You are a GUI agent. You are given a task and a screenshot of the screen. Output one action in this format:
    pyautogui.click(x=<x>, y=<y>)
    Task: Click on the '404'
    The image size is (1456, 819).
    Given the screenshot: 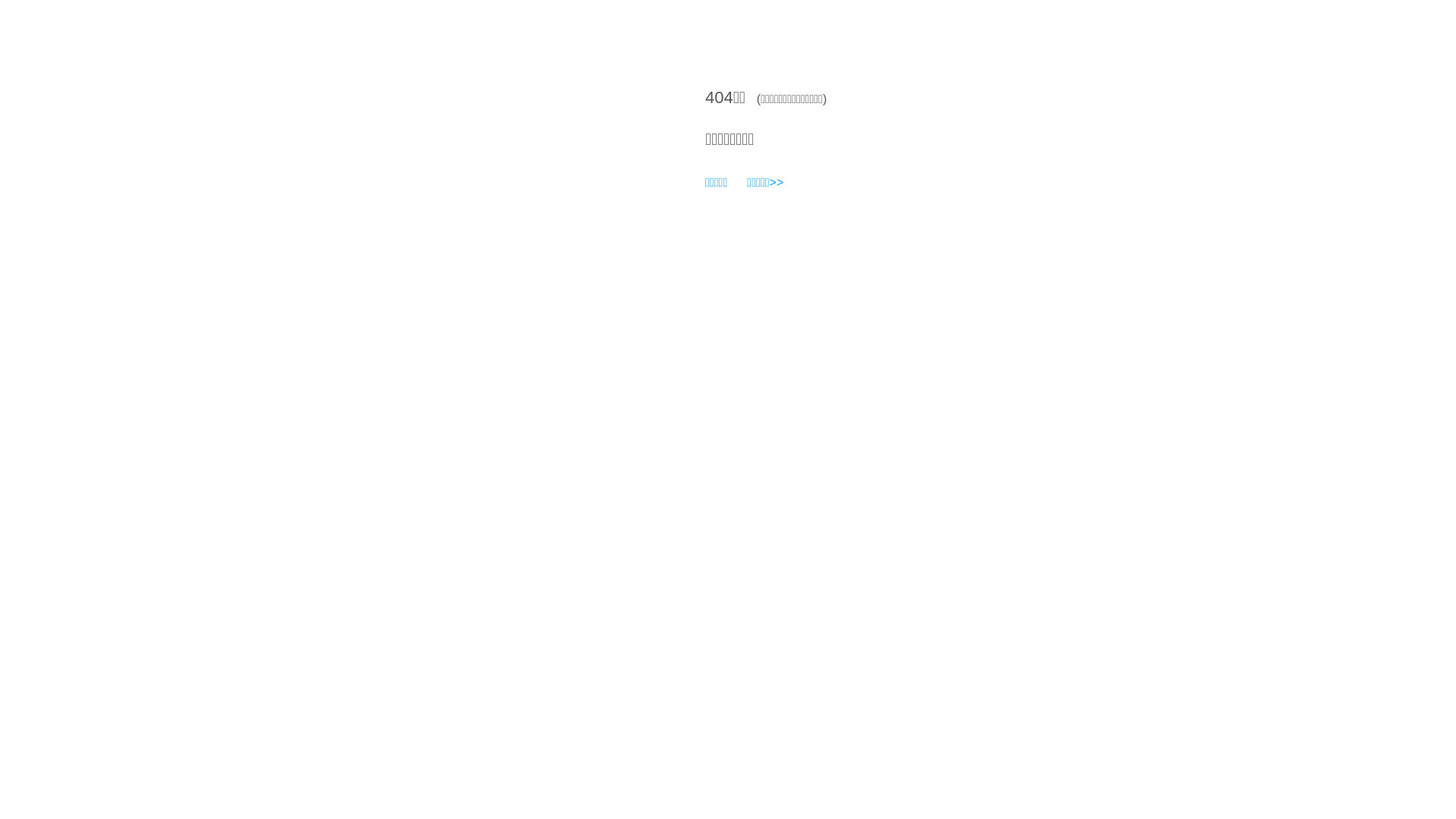 What is the action you would take?
    pyautogui.click(x=704, y=97)
    